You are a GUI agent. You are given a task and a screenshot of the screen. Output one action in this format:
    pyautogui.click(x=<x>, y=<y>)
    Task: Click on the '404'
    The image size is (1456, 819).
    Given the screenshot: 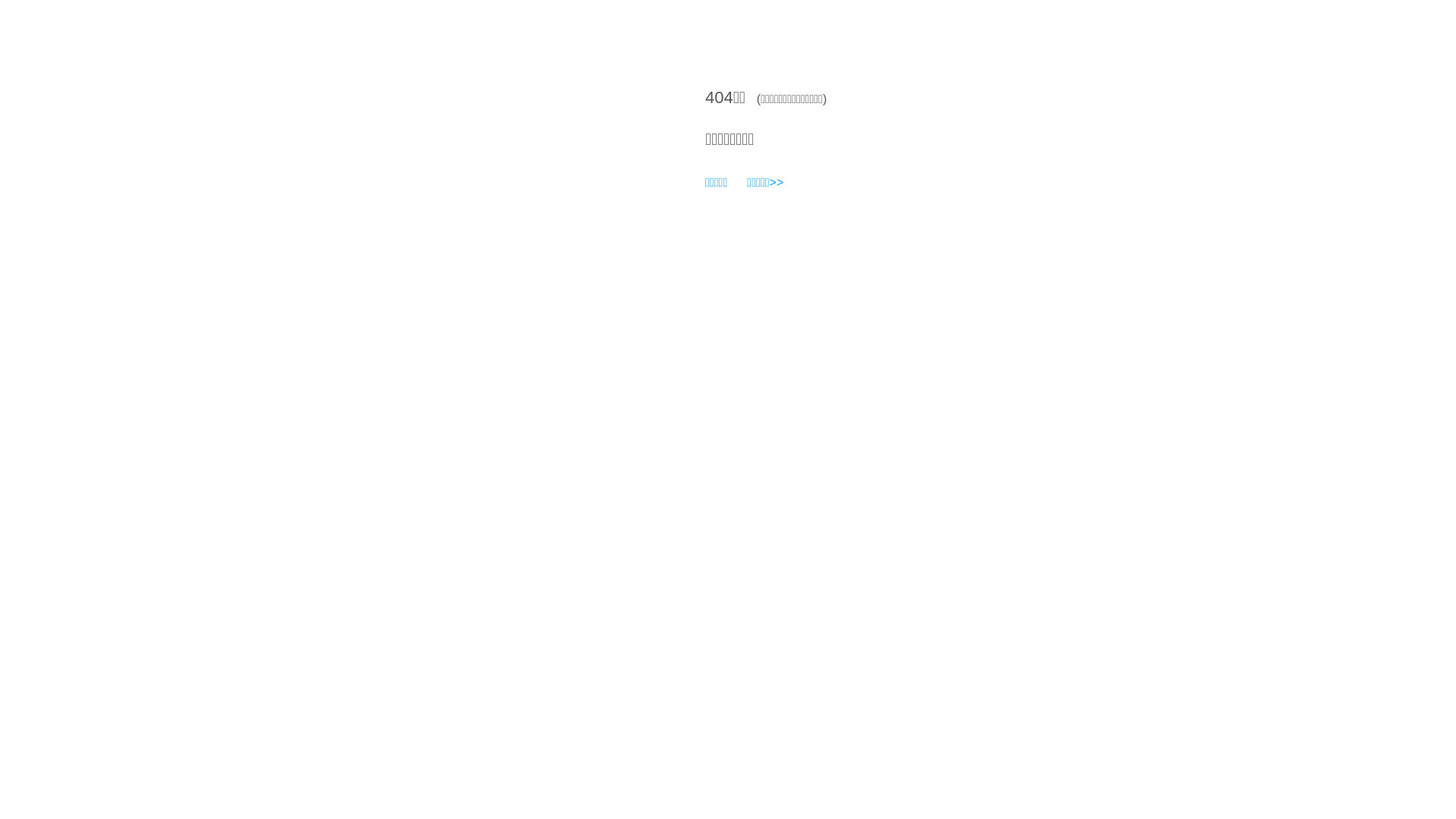 What is the action you would take?
    pyautogui.click(x=704, y=97)
    